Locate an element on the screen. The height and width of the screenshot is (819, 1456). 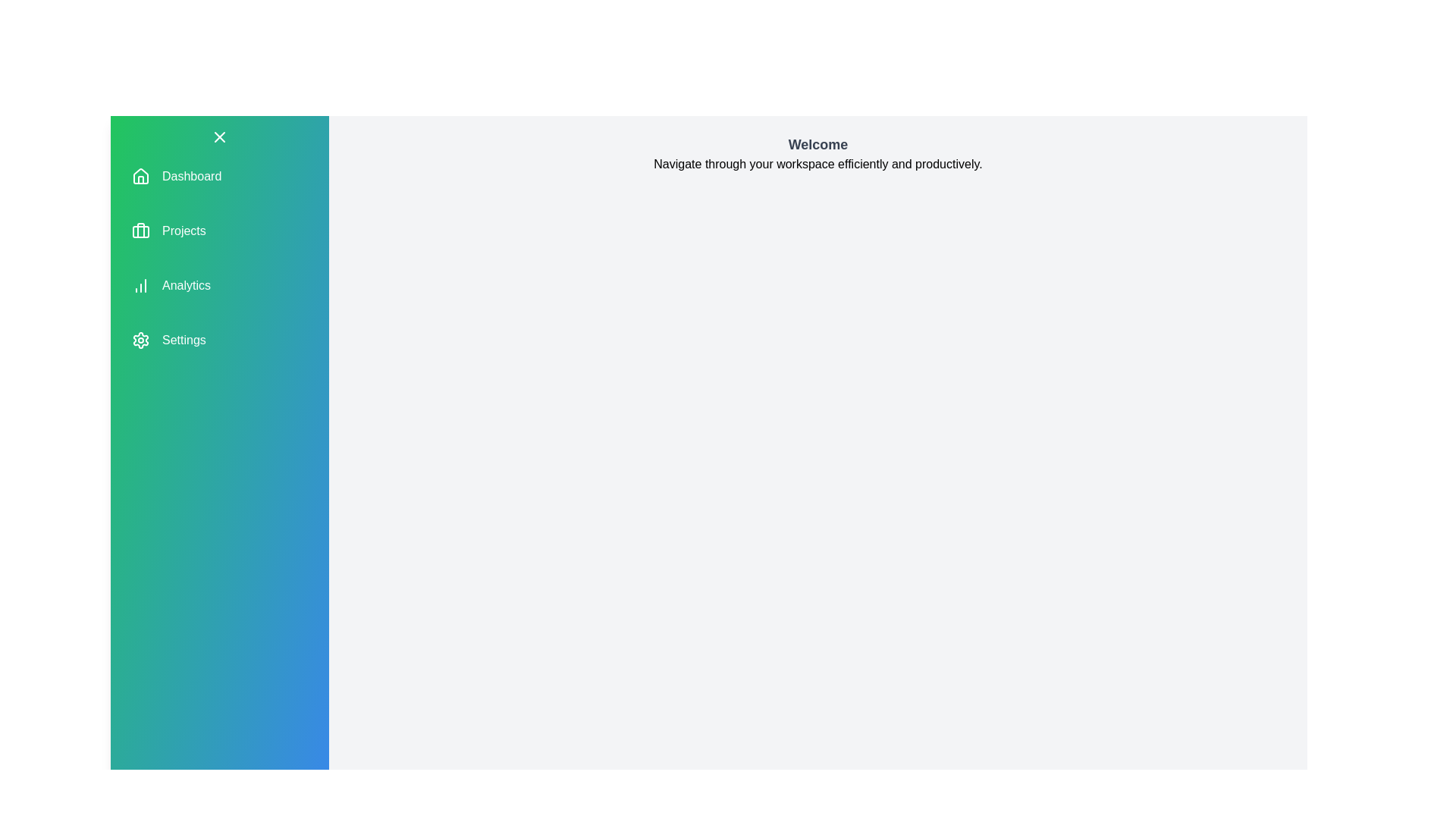
the welcome text area to interact with it is located at coordinates (817, 145).